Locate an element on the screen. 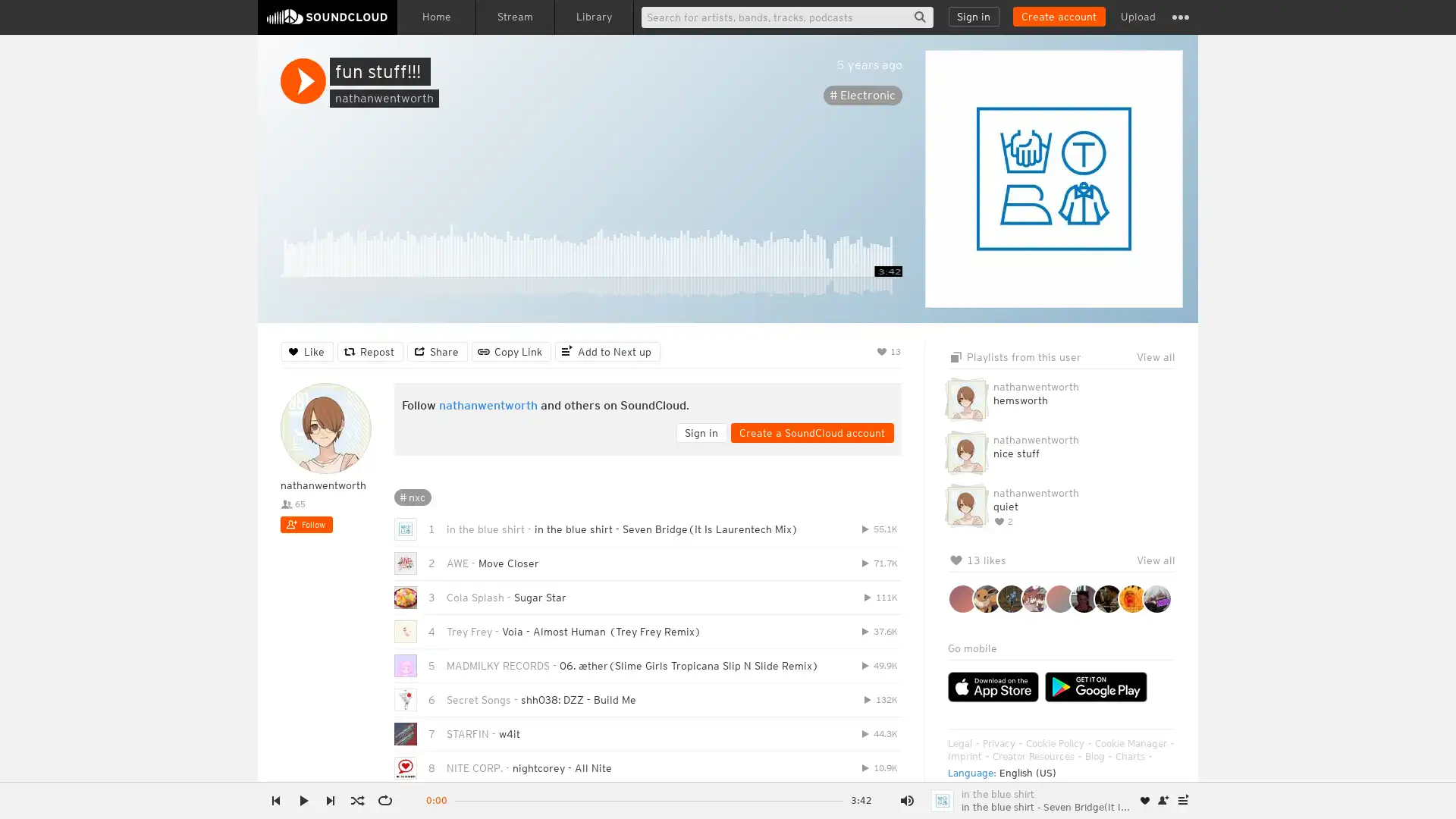 This screenshot has height=819, width=1456. Hide queue is located at coordinates (1165, 376).